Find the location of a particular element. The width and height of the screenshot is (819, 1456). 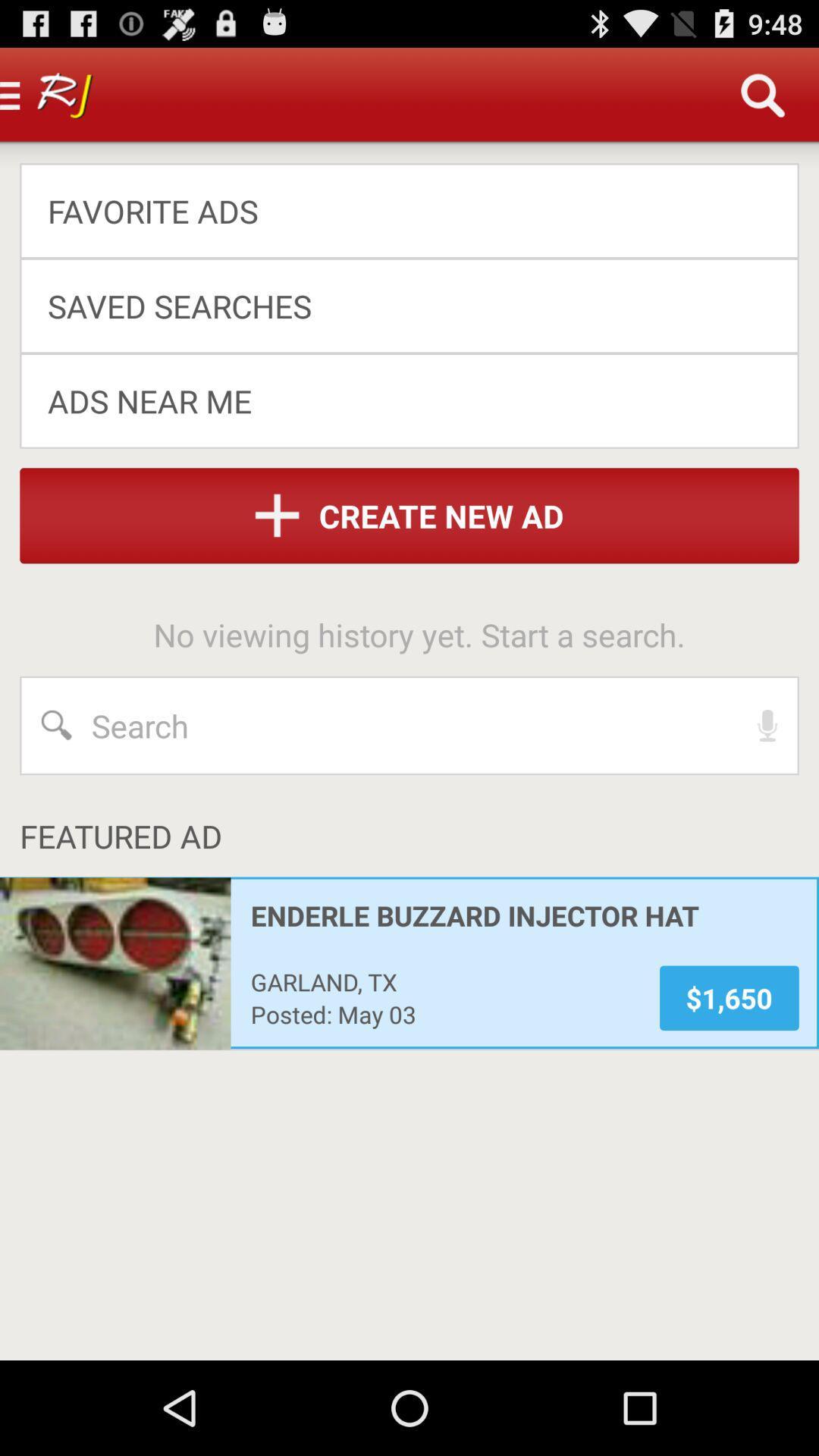

microphone is located at coordinates (767, 724).